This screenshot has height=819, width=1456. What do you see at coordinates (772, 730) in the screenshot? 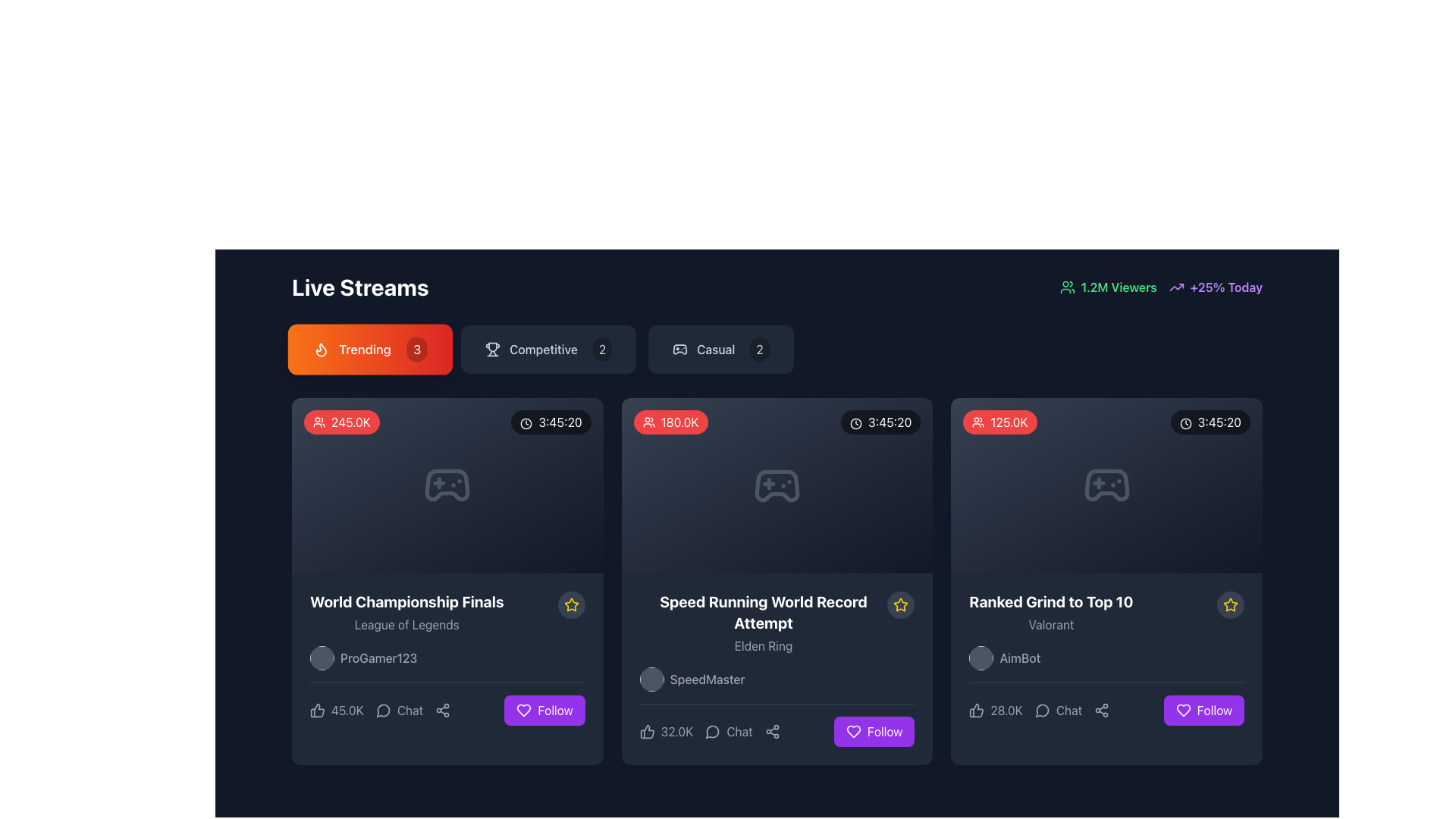
I see `the share button located in the toolbar beneath the 'Speed Running World Record Attempt' card, positioned between the 'Chat' and 'Follow' buttons` at bounding box center [772, 730].